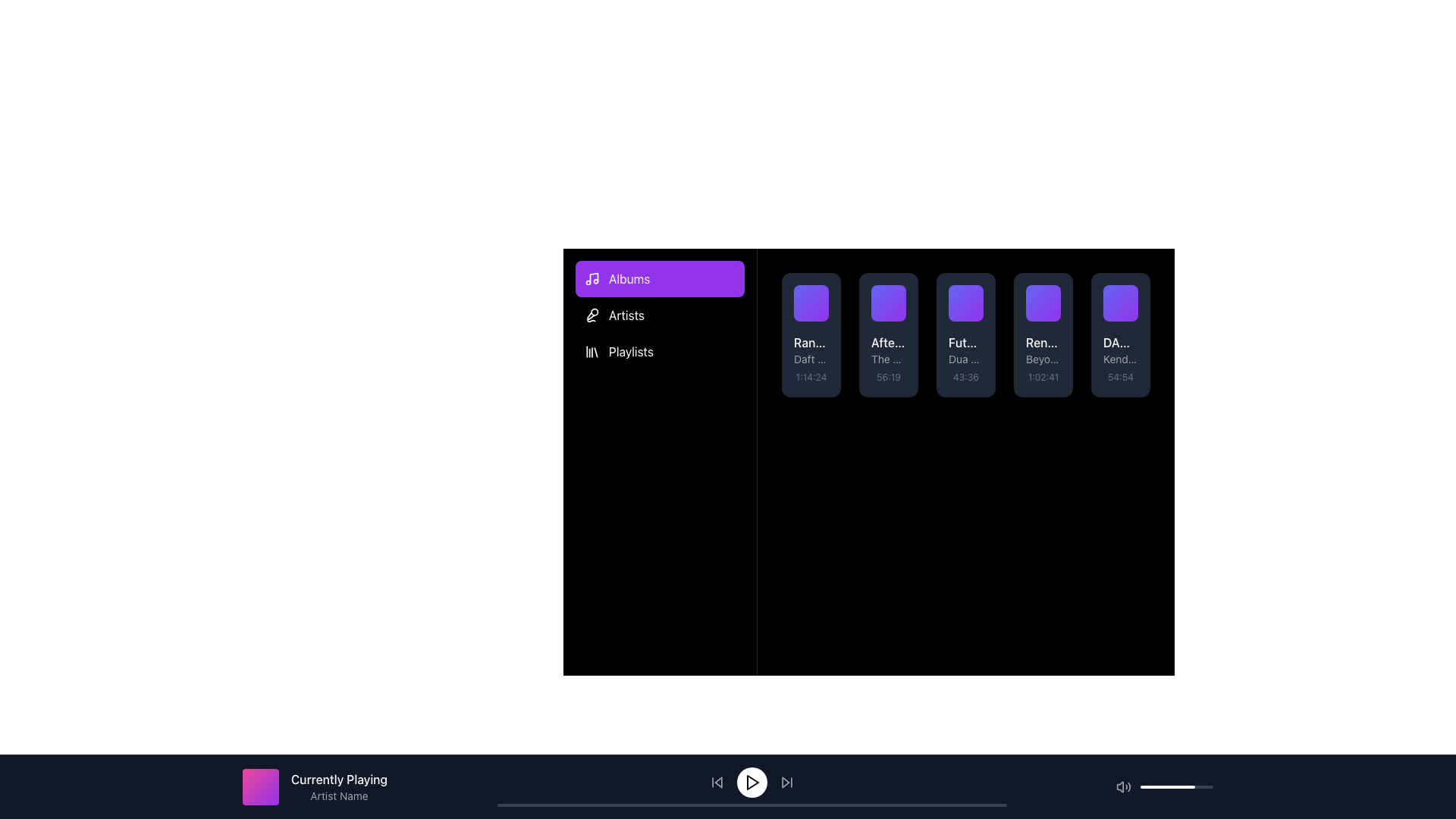 The height and width of the screenshot is (819, 1456). I want to click on the static text label displaying the artist's name for the album 'Random Access Memories', which is positioned below the album title and above the duration text, so click(811, 359).